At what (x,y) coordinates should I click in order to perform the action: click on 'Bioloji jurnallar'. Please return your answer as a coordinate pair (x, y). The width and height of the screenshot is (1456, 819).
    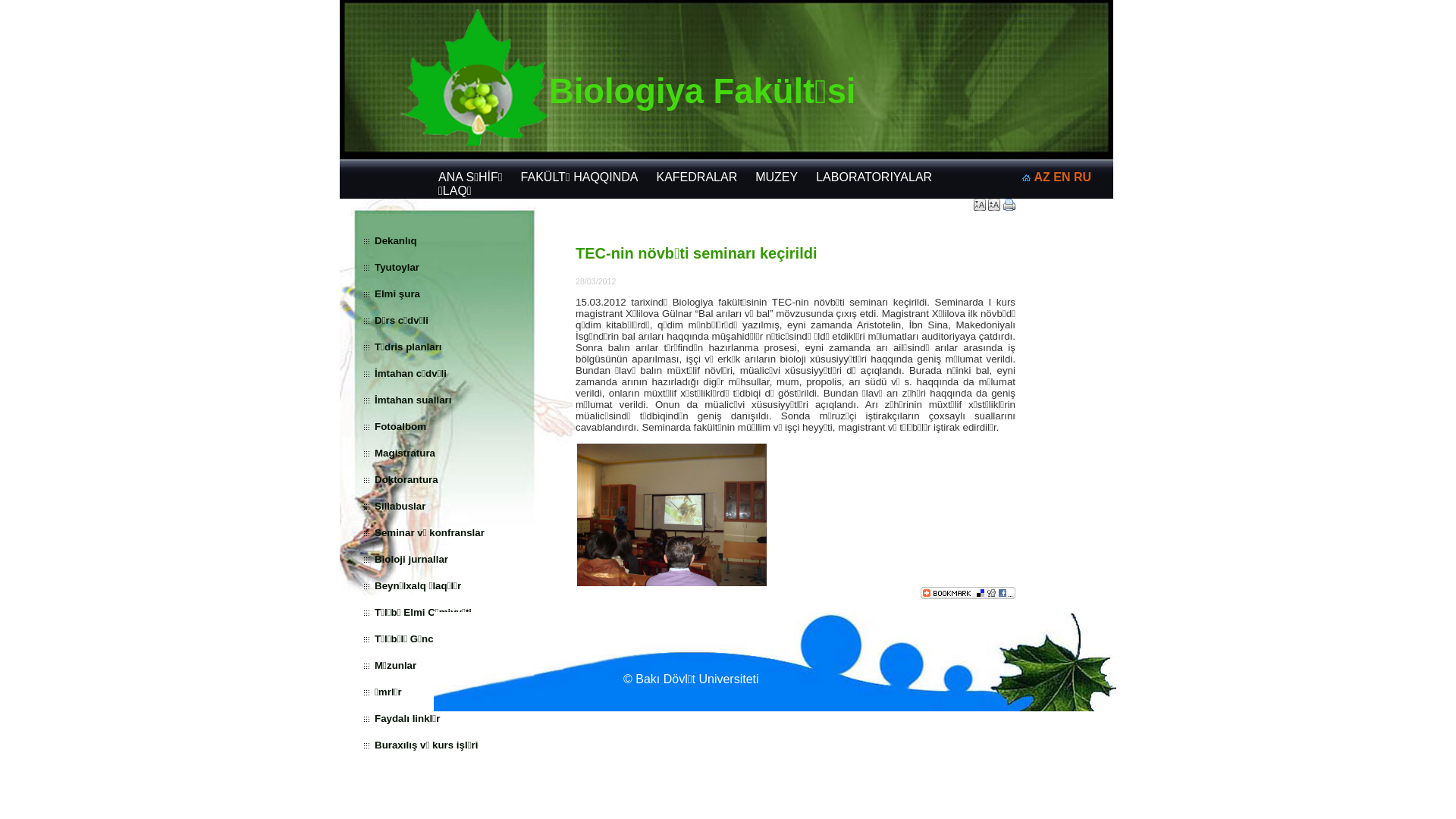
    Looking at the image, I should click on (411, 559).